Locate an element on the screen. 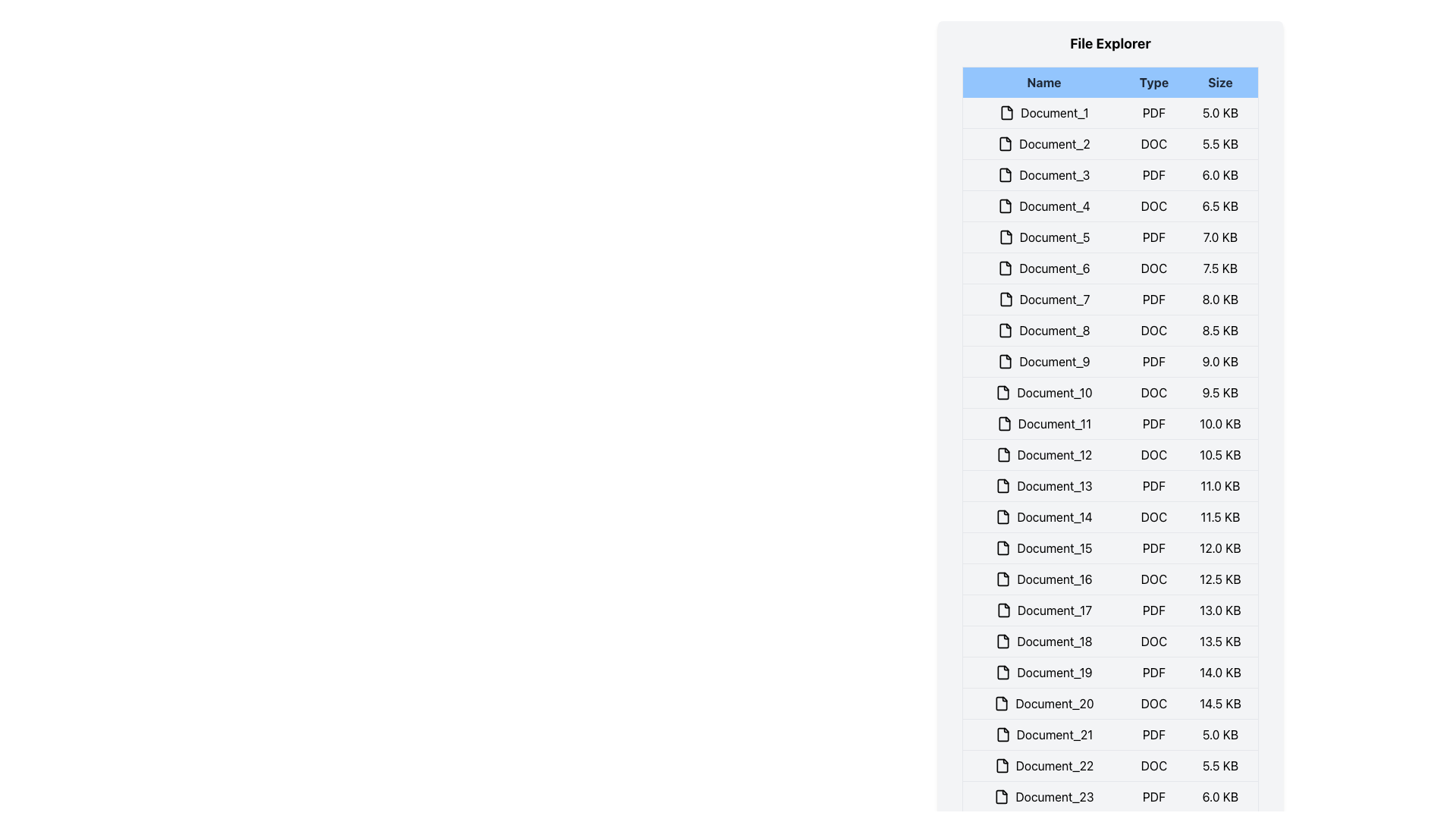 The height and width of the screenshot is (819, 1456). the file type icon located to the left of 'Document_2' in the second row of the file listing is located at coordinates (1006, 143).